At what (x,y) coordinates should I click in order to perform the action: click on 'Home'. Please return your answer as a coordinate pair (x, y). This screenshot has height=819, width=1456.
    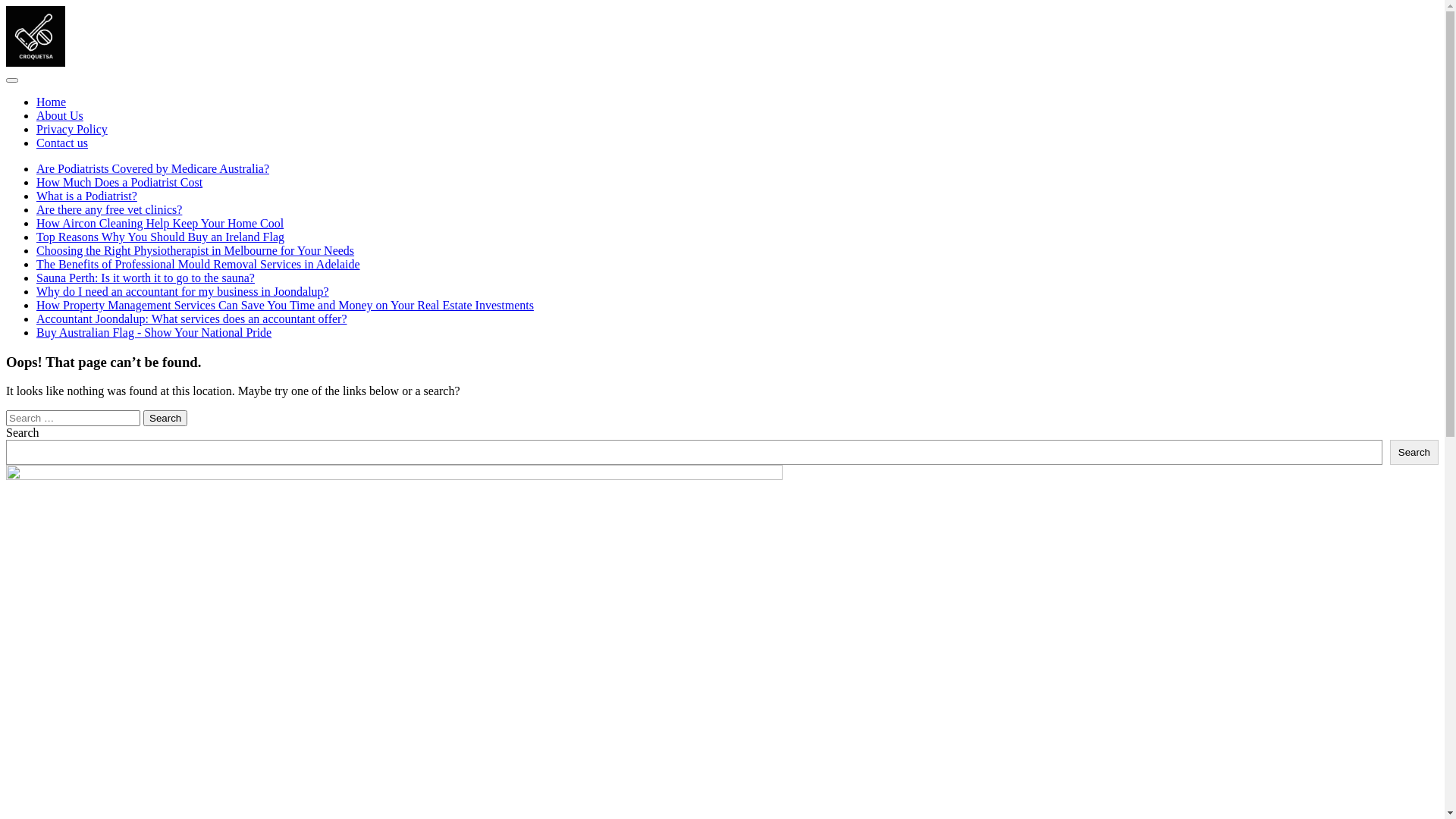
    Looking at the image, I should click on (51, 102).